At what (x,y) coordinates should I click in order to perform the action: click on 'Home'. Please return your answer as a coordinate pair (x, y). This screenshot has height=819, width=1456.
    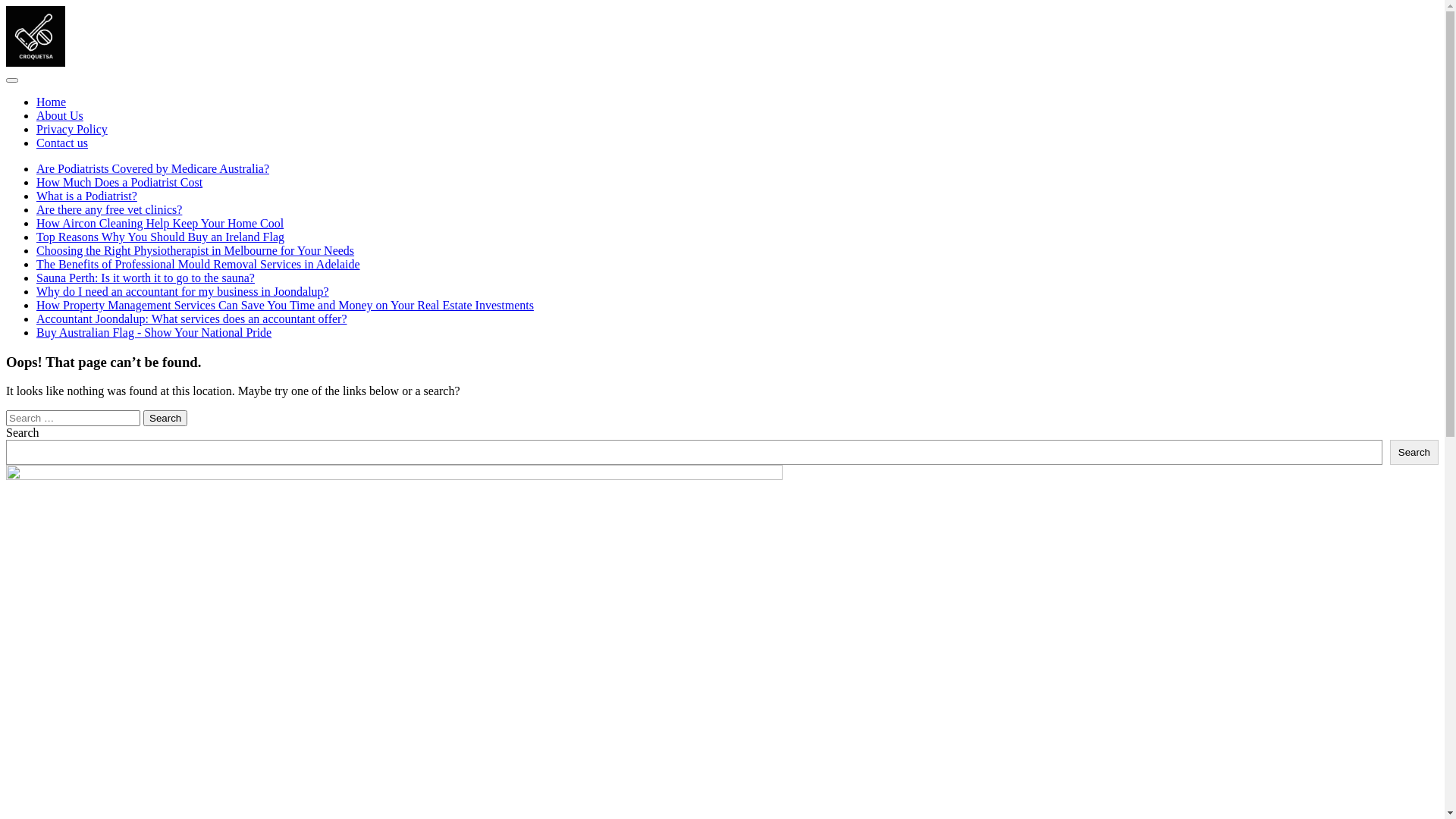
    Looking at the image, I should click on (51, 102).